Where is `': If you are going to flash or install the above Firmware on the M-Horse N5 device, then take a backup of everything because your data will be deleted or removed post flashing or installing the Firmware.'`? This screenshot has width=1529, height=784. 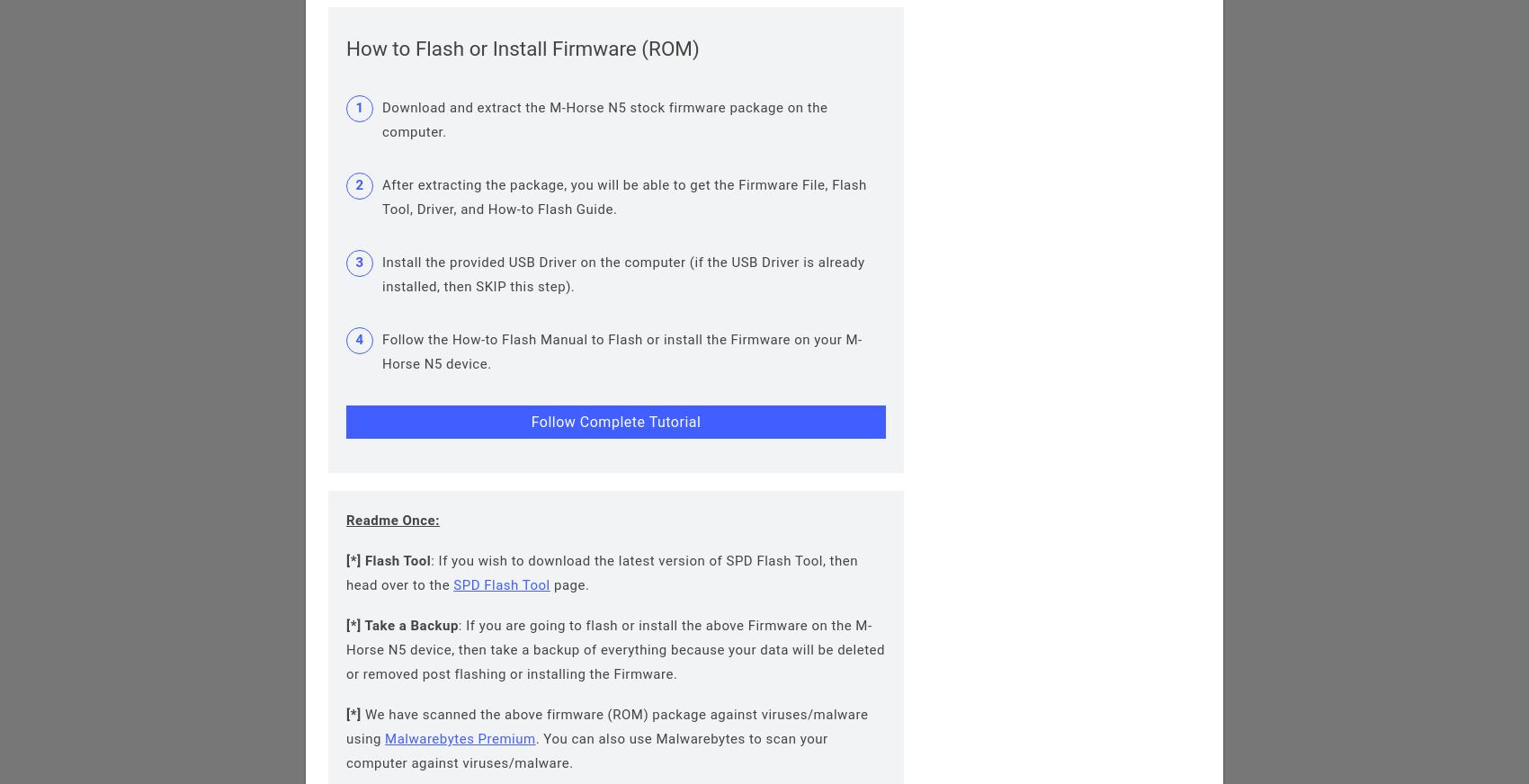 ': If you are going to flash or install the above Firmware on the M-Horse N5 device, then take a backup of everything because your data will be deleted or removed post flashing or installing the Firmware.' is located at coordinates (615, 648).